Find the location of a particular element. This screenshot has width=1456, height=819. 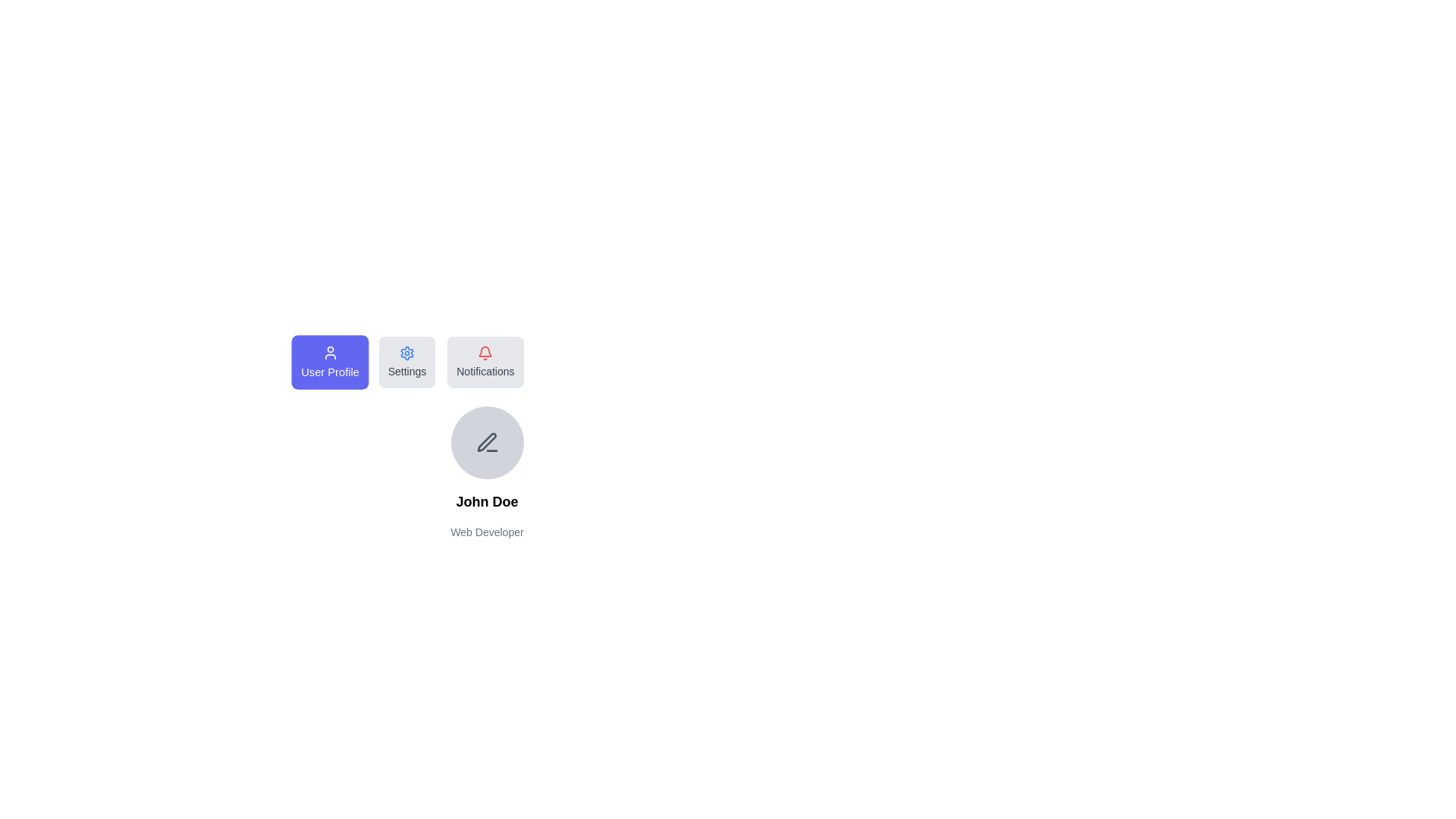

the leftmost button labeled 'User Profile' with a user icon at the top is located at coordinates (329, 362).